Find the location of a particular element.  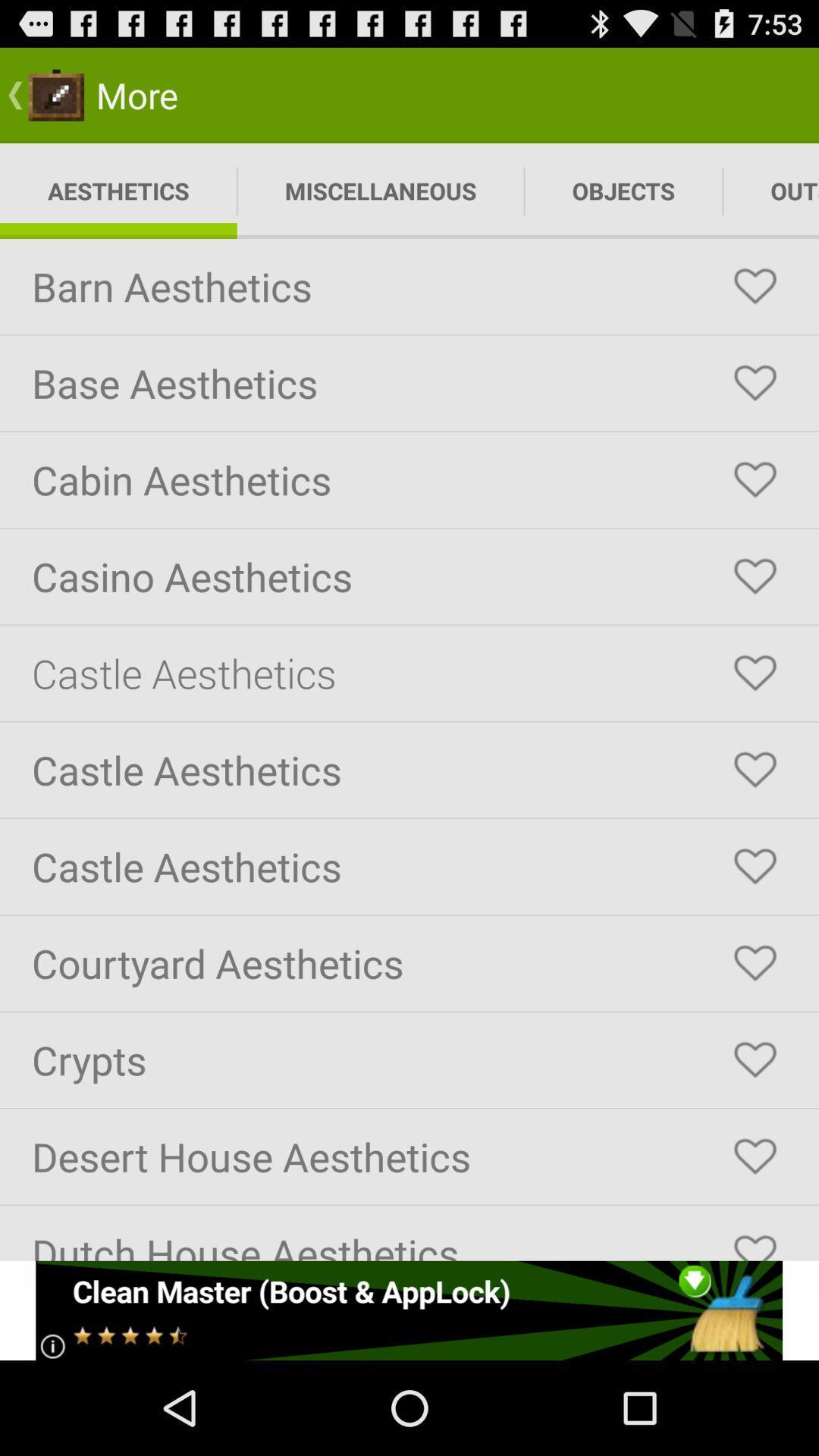

favorite is located at coordinates (755, 287).